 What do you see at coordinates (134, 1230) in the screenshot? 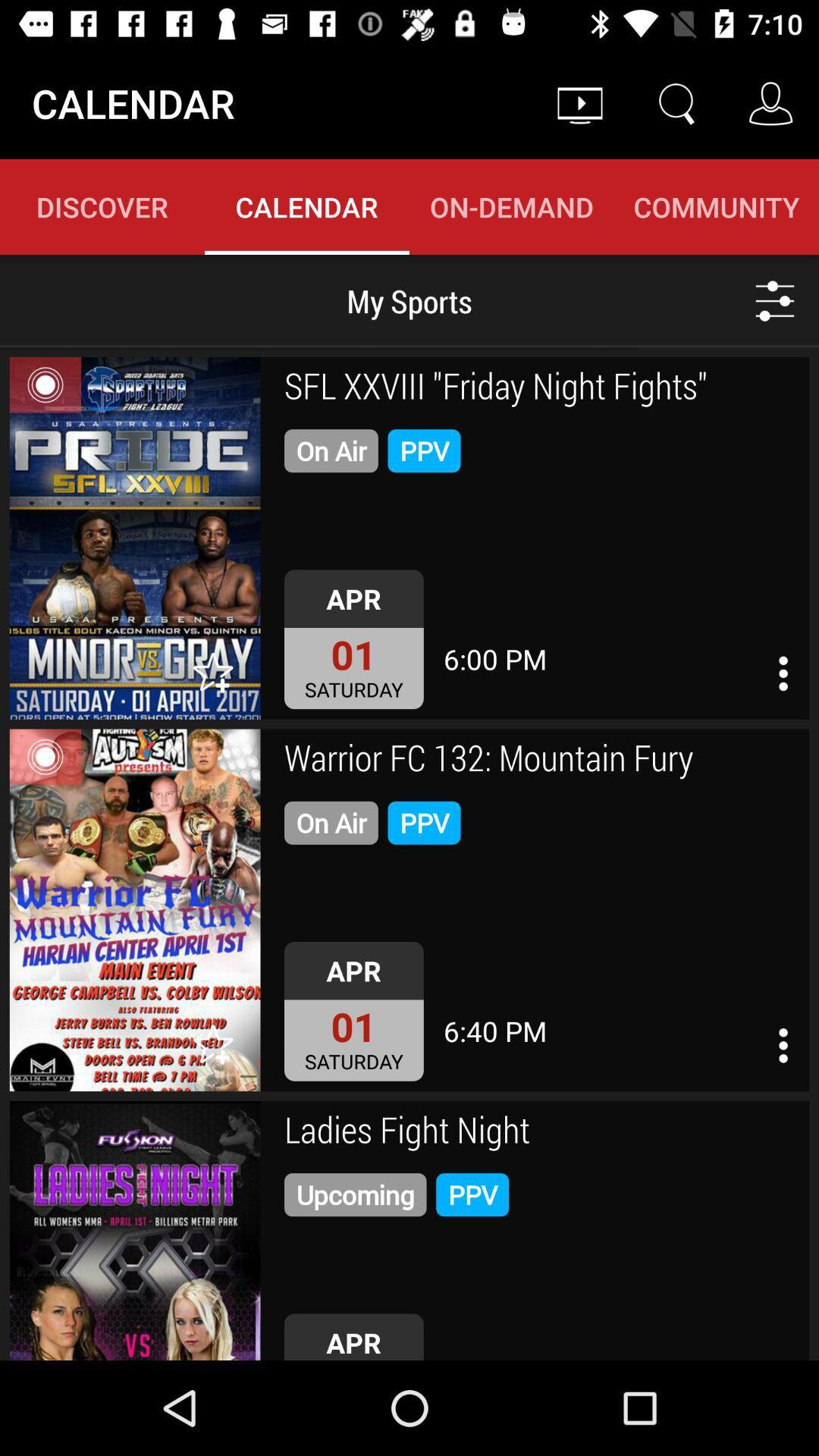
I see `ladies fight night` at bounding box center [134, 1230].